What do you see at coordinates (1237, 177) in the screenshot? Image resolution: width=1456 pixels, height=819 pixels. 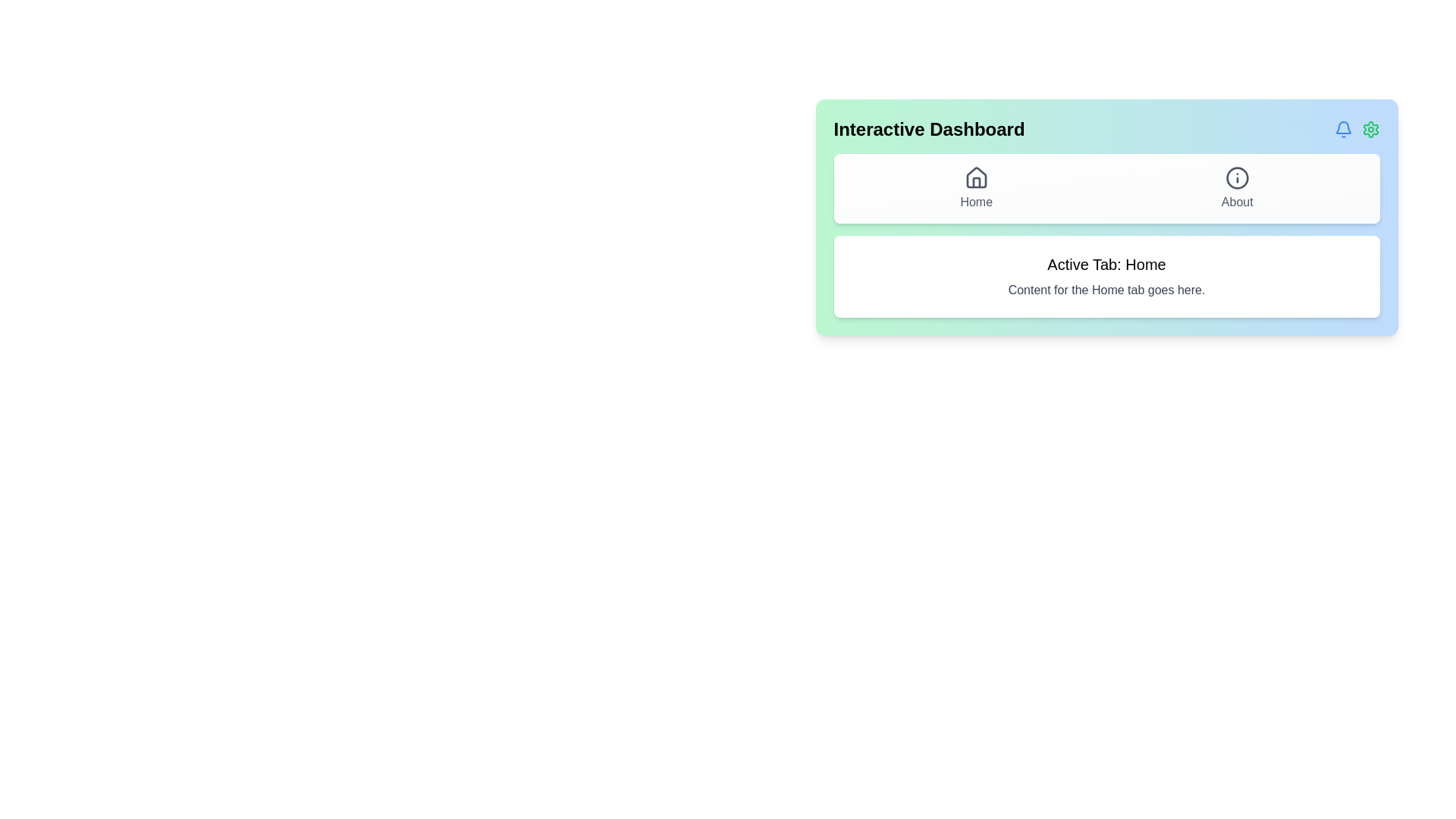 I see `the 'About' icon located in the top-right section of the interface to potentially trigger a tooltip` at bounding box center [1237, 177].